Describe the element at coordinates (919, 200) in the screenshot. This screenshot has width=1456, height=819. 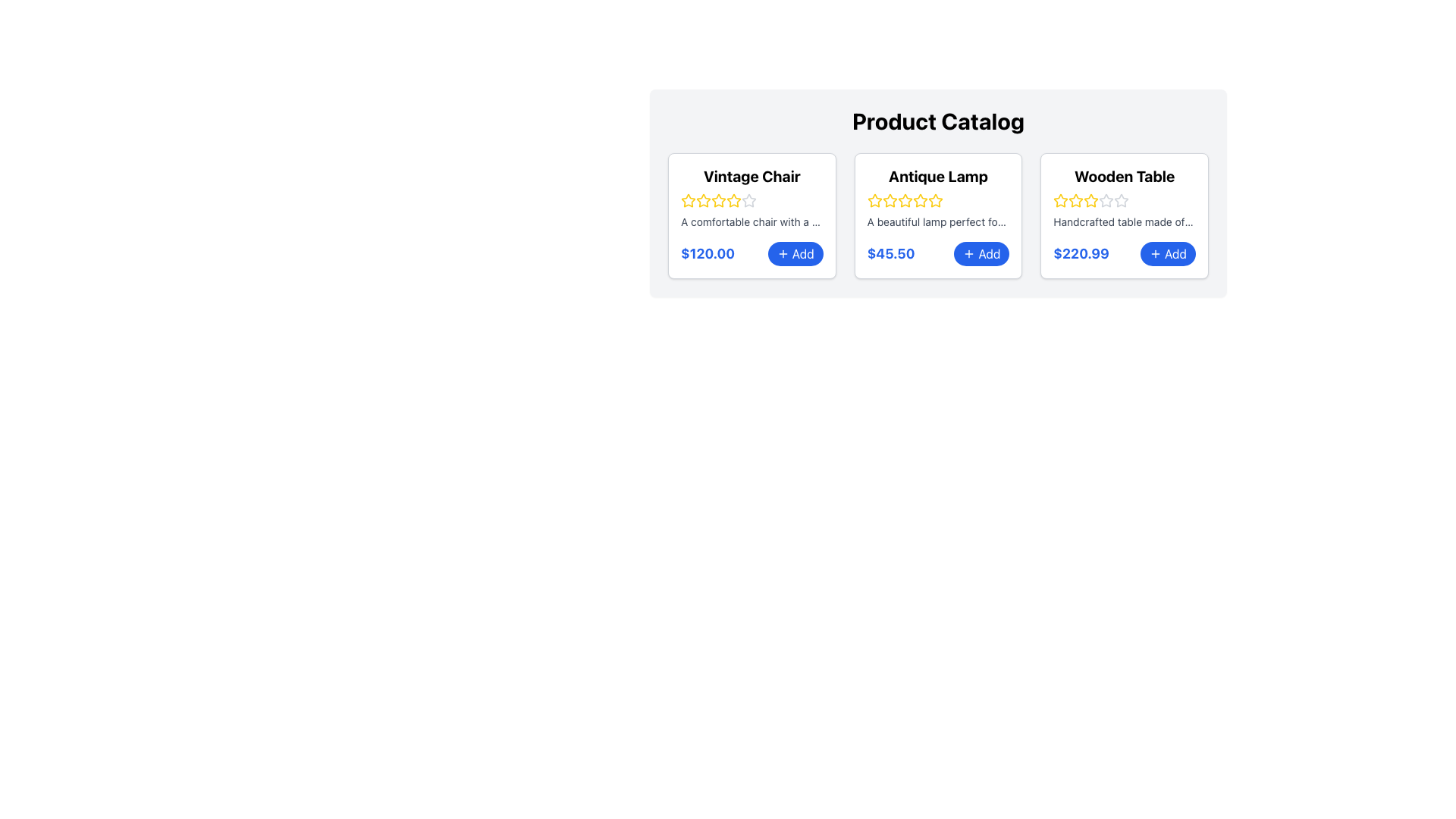
I see `the fifth yellow star icon in the rating star group under the product name 'Antique Lamp'` at that location.